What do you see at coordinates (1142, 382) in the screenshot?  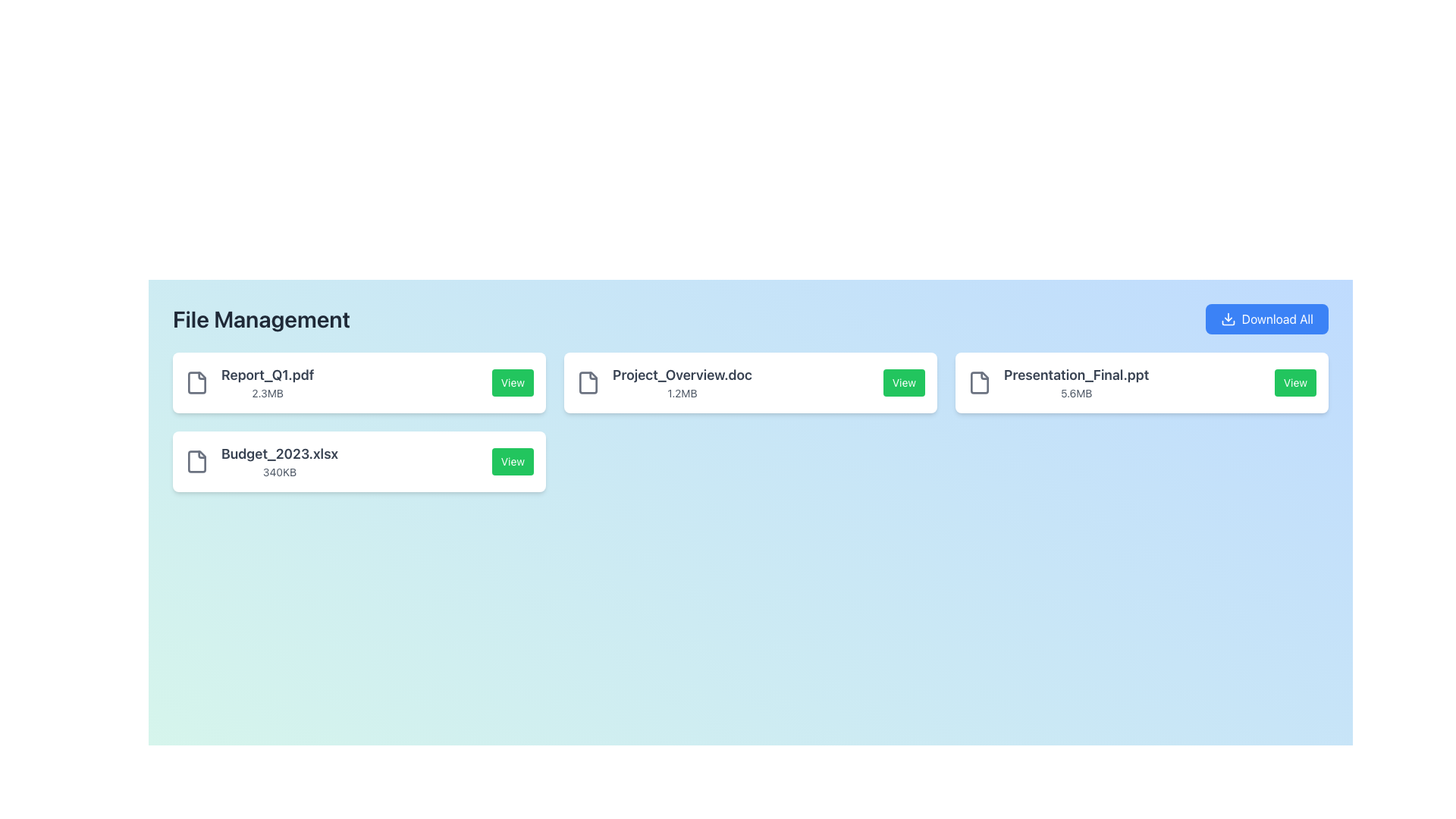 I see `the third file item card in the file management system for potential interactions` at bounding box center [1142, 382].